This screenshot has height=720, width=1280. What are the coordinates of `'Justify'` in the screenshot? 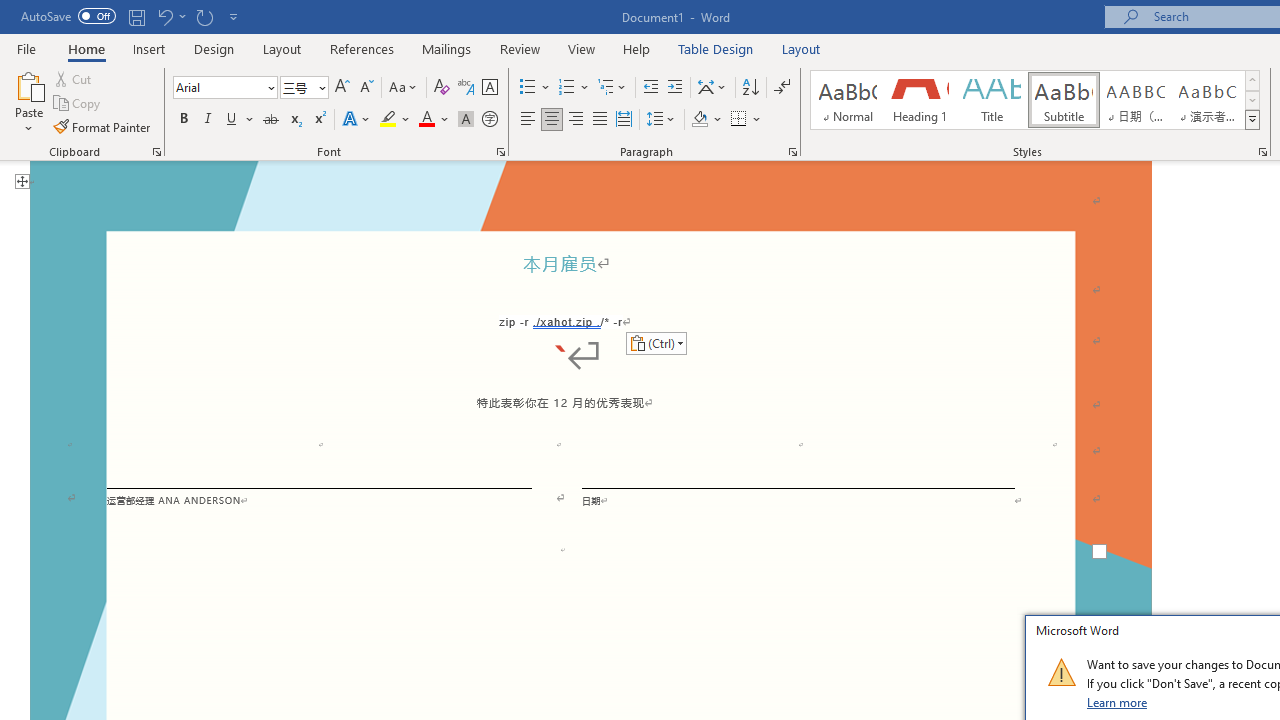 It's located at (598, 119).